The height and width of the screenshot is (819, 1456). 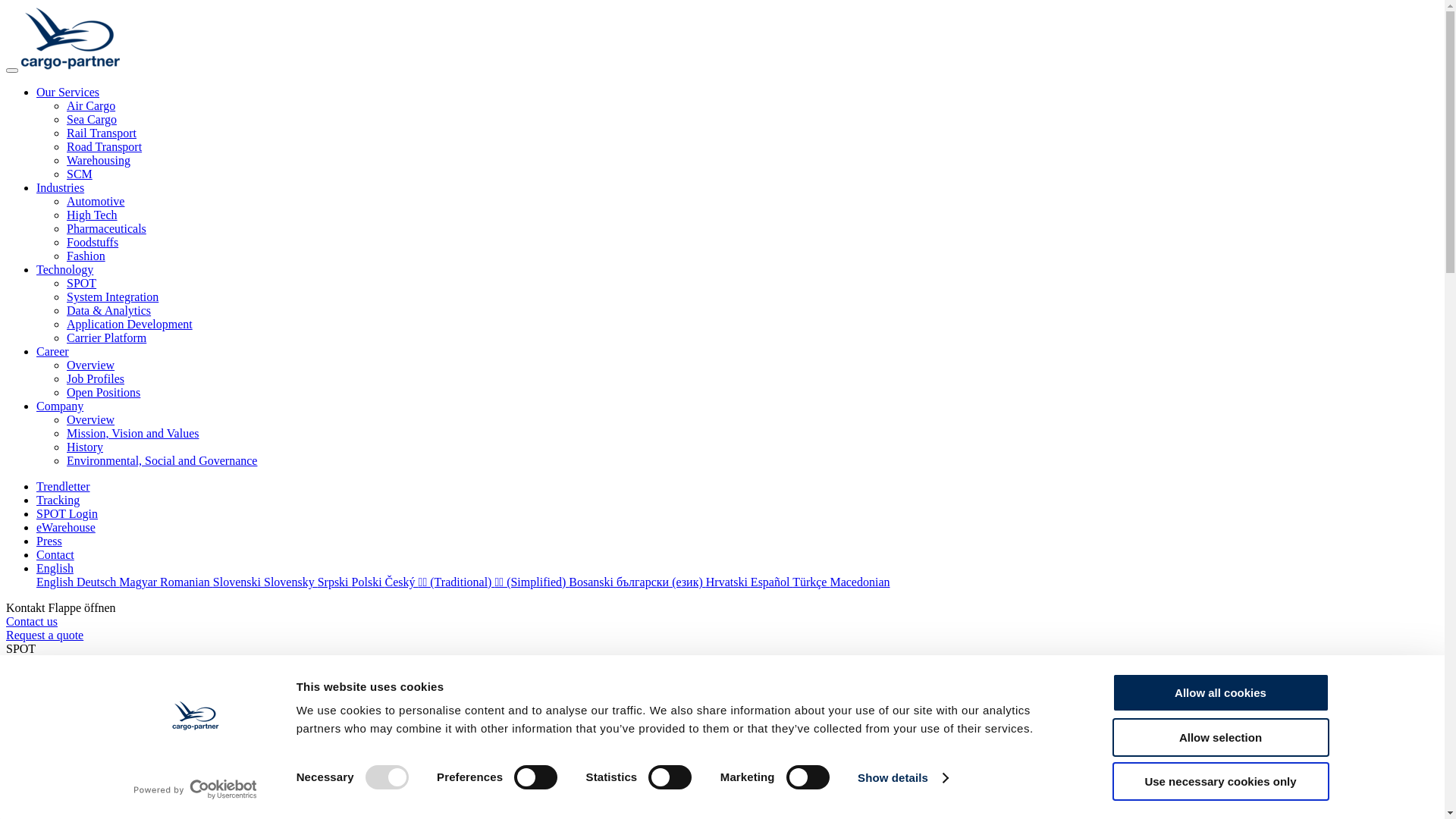 I want to click on 'Polski', so click(x=368, y=581).